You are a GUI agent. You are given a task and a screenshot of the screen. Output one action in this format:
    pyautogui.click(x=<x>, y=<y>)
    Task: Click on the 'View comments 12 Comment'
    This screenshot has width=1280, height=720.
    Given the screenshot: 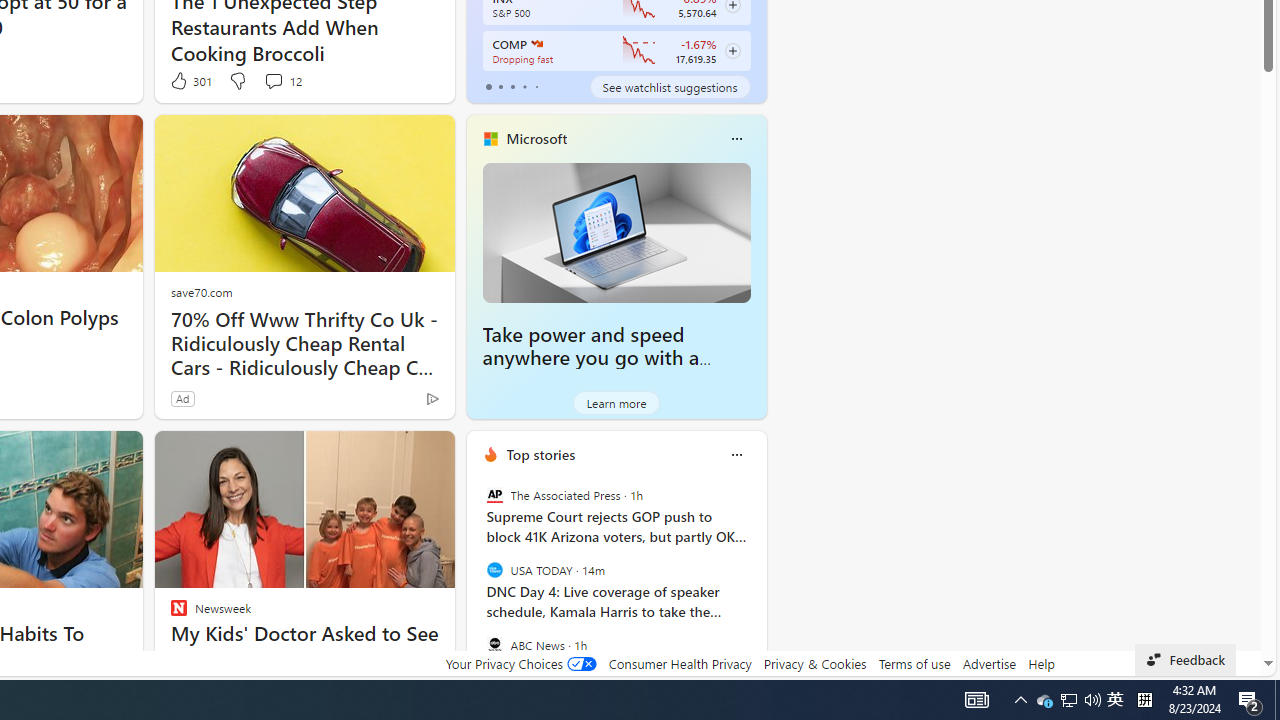 What is the action you would take?
    pyautogui.click(x=272, y=80)
    